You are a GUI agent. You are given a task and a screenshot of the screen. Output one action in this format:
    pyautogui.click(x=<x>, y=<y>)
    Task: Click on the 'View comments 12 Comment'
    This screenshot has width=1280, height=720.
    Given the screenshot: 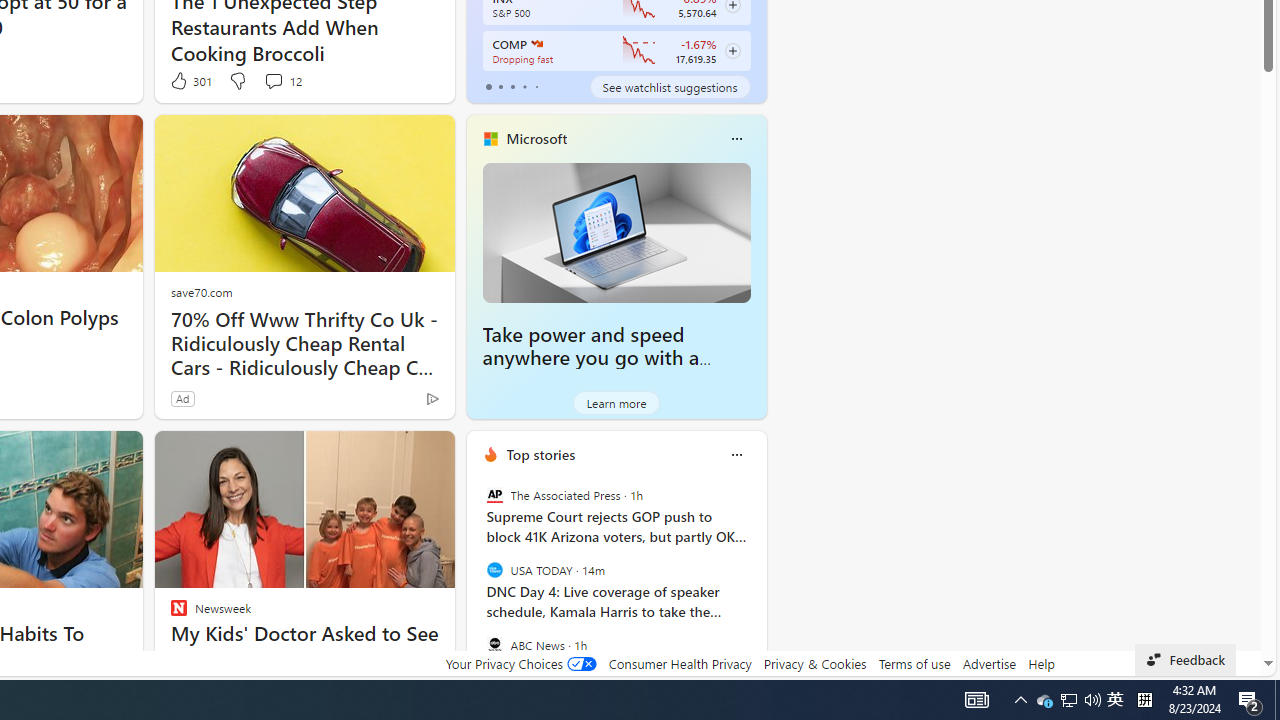 What is the action you would take?
    pyautogui.click(x=272, y=80)
    